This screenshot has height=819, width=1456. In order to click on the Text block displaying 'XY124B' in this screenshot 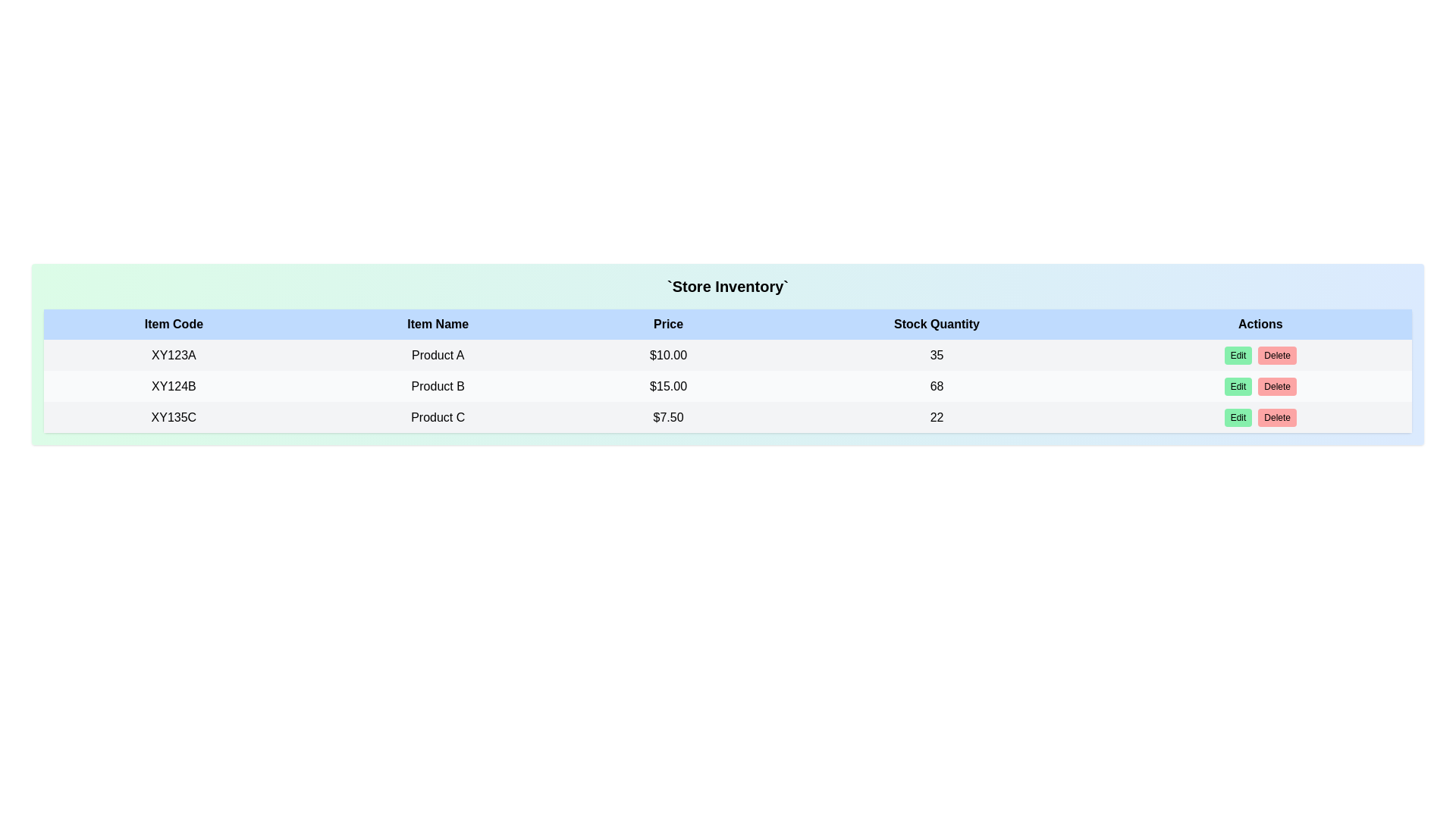, I will do `click(174, 385)`.